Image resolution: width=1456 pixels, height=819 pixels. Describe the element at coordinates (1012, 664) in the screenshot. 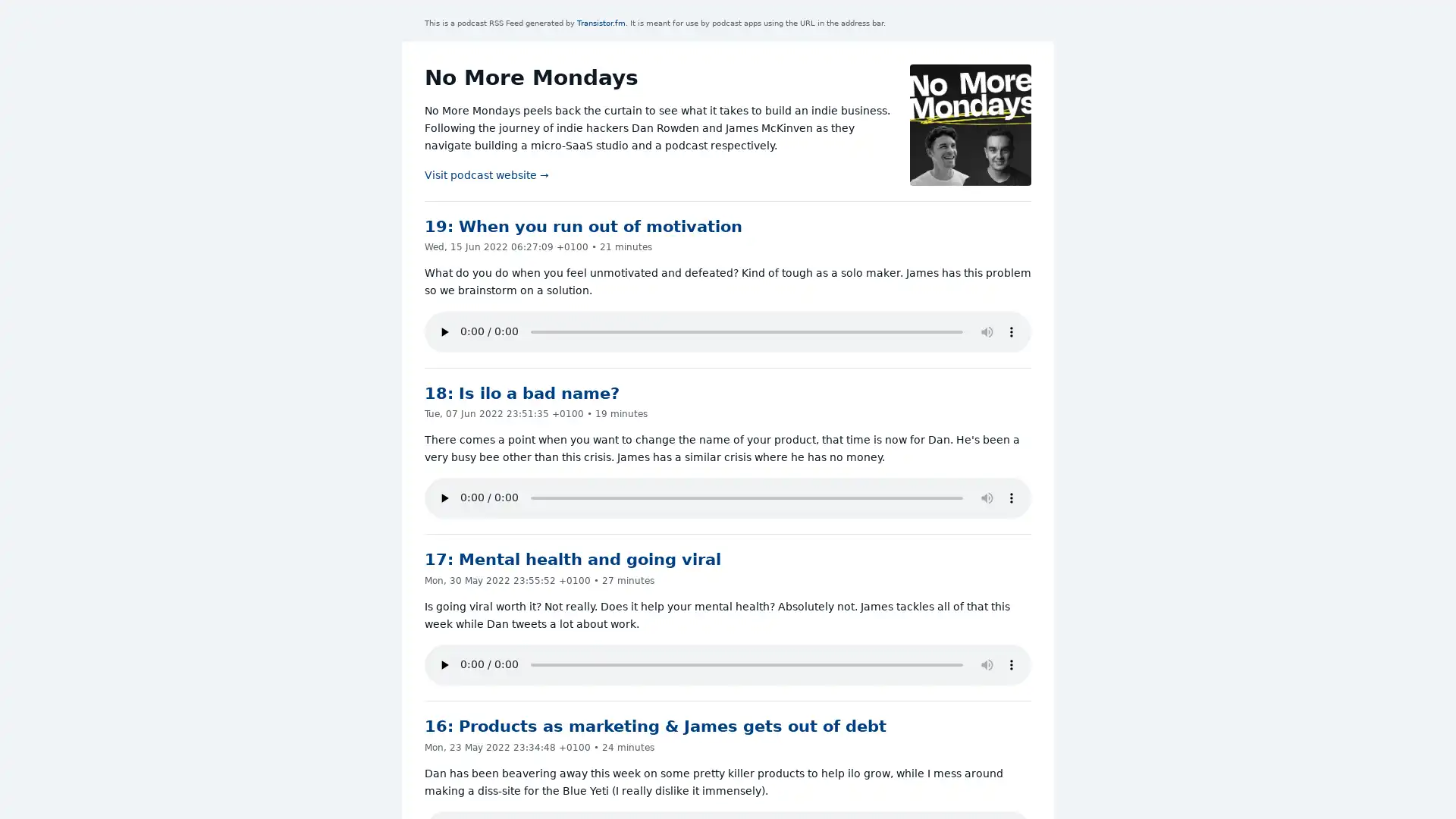

I see `show more media controls` at that location.